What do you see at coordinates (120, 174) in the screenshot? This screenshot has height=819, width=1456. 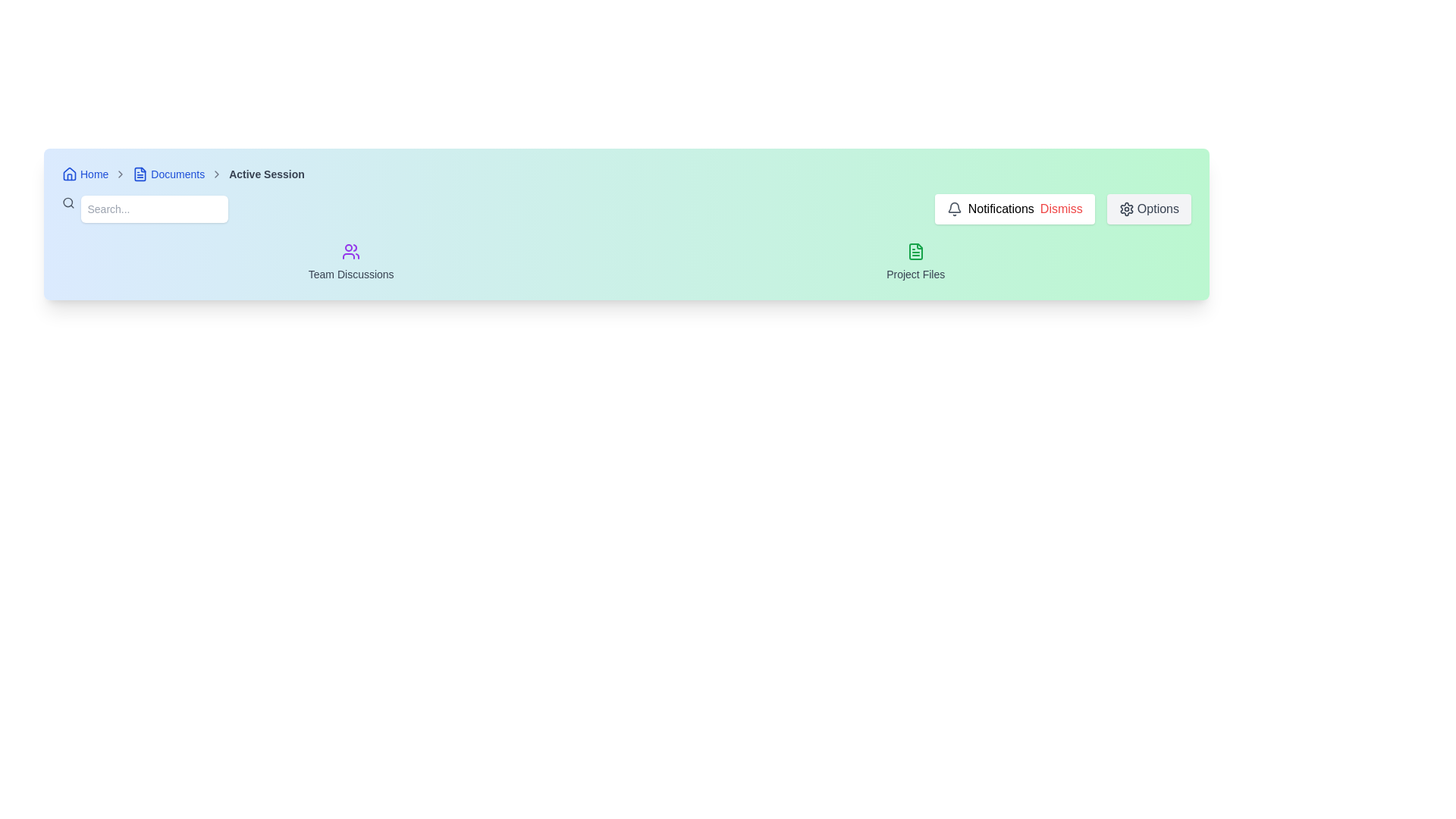 I see `the right-facing chevron icon in the breadcrumb navigation bar, which is styled in a thin, outlined format and appears in gray between 'Home' and 'Documents'` at bounding box center [120, 174].